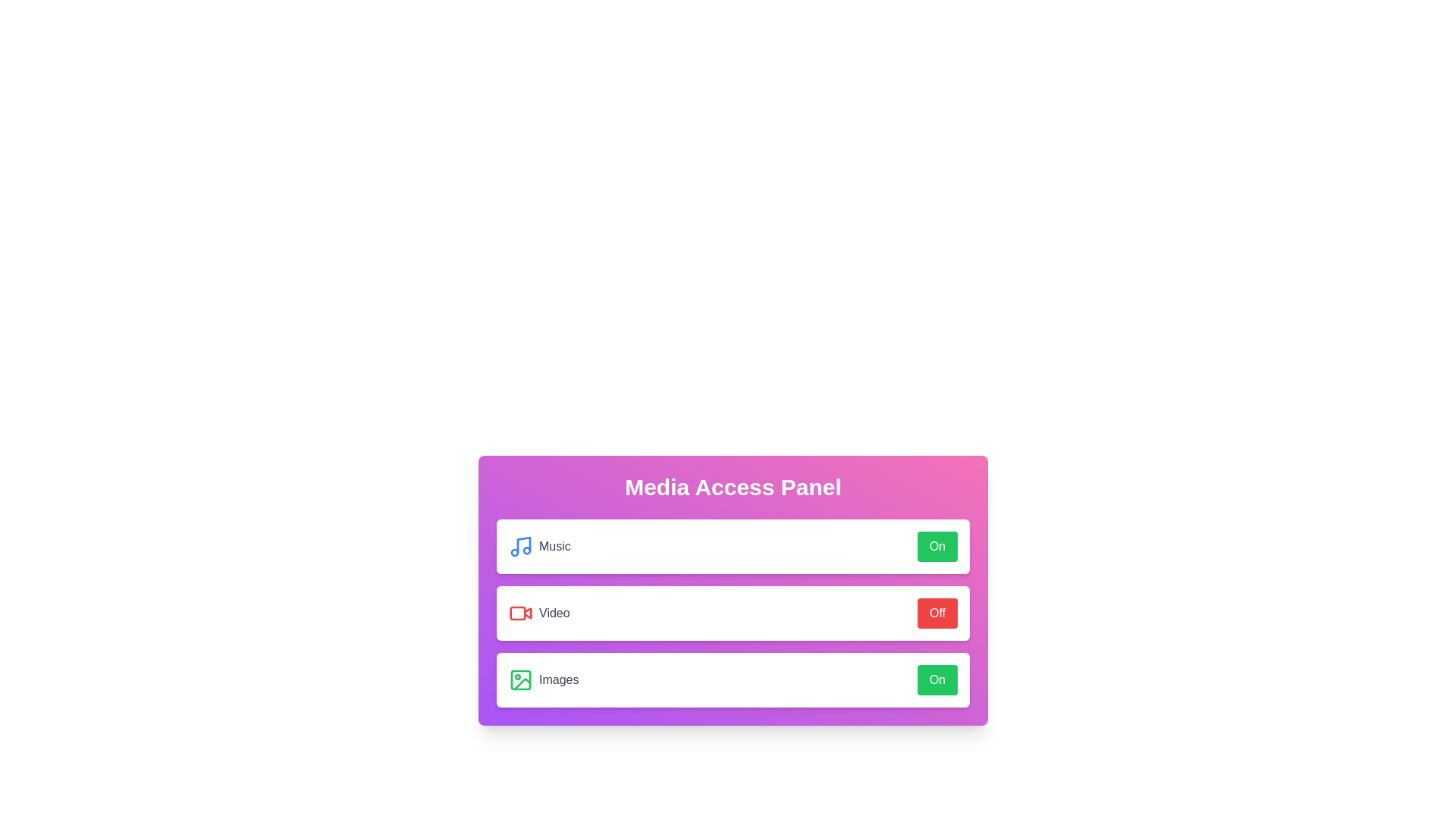 The height and width of the screenshot is (819, 1456). I want to click on the music icon to interact visually, so click(520, 547).